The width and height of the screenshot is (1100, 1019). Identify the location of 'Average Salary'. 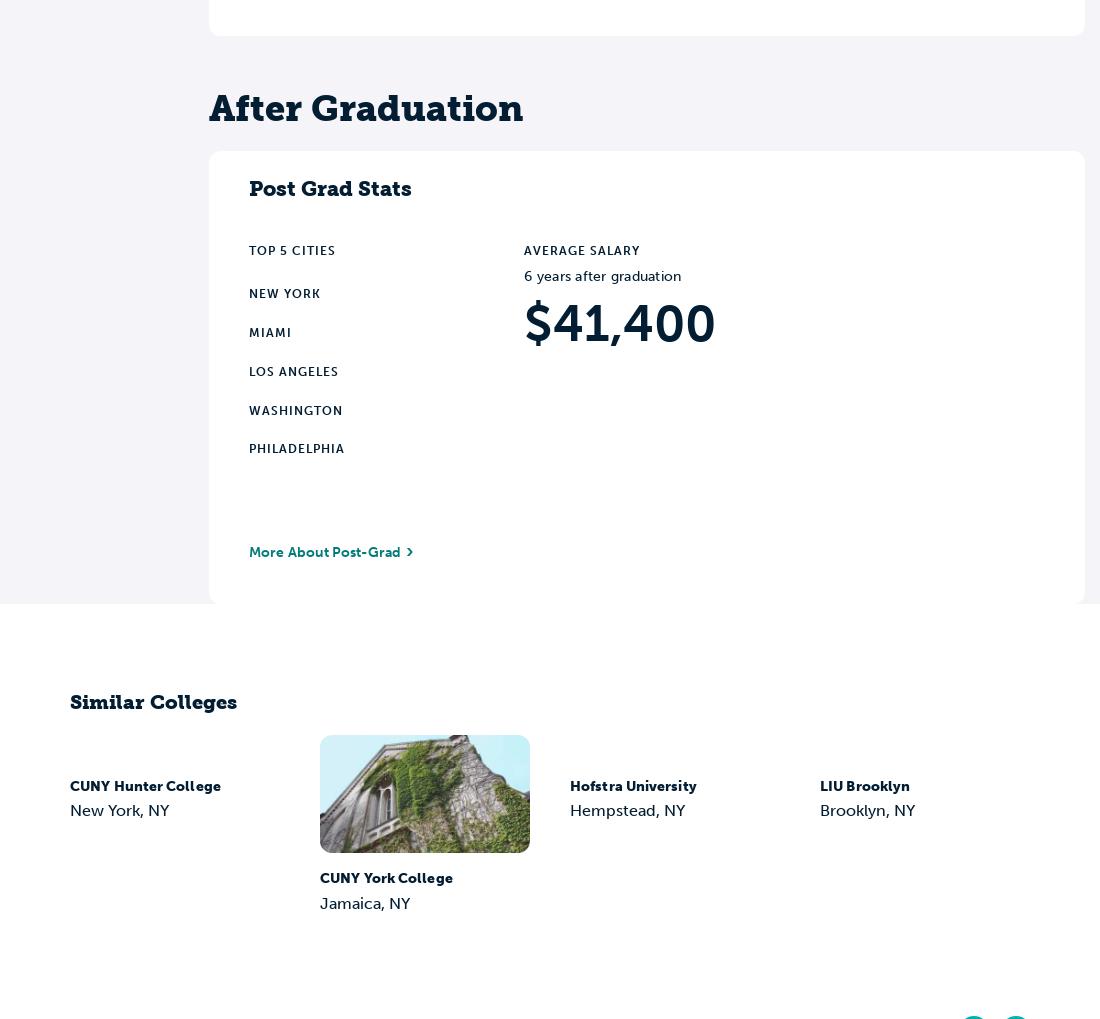
(581, 250).